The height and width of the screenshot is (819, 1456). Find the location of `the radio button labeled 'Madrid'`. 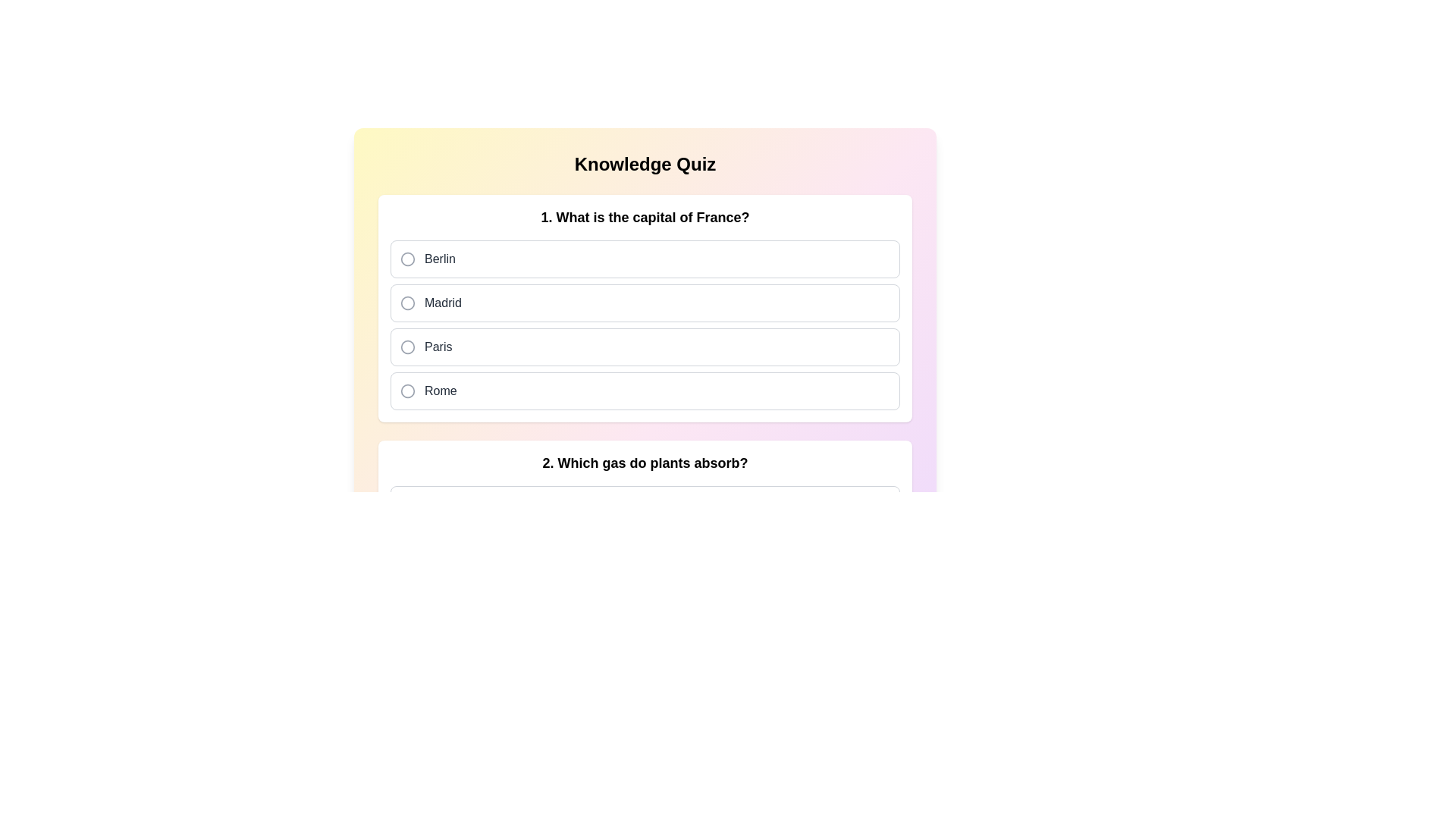

the radio button labeled 'Madrid' is located at coordinates (645, 301).